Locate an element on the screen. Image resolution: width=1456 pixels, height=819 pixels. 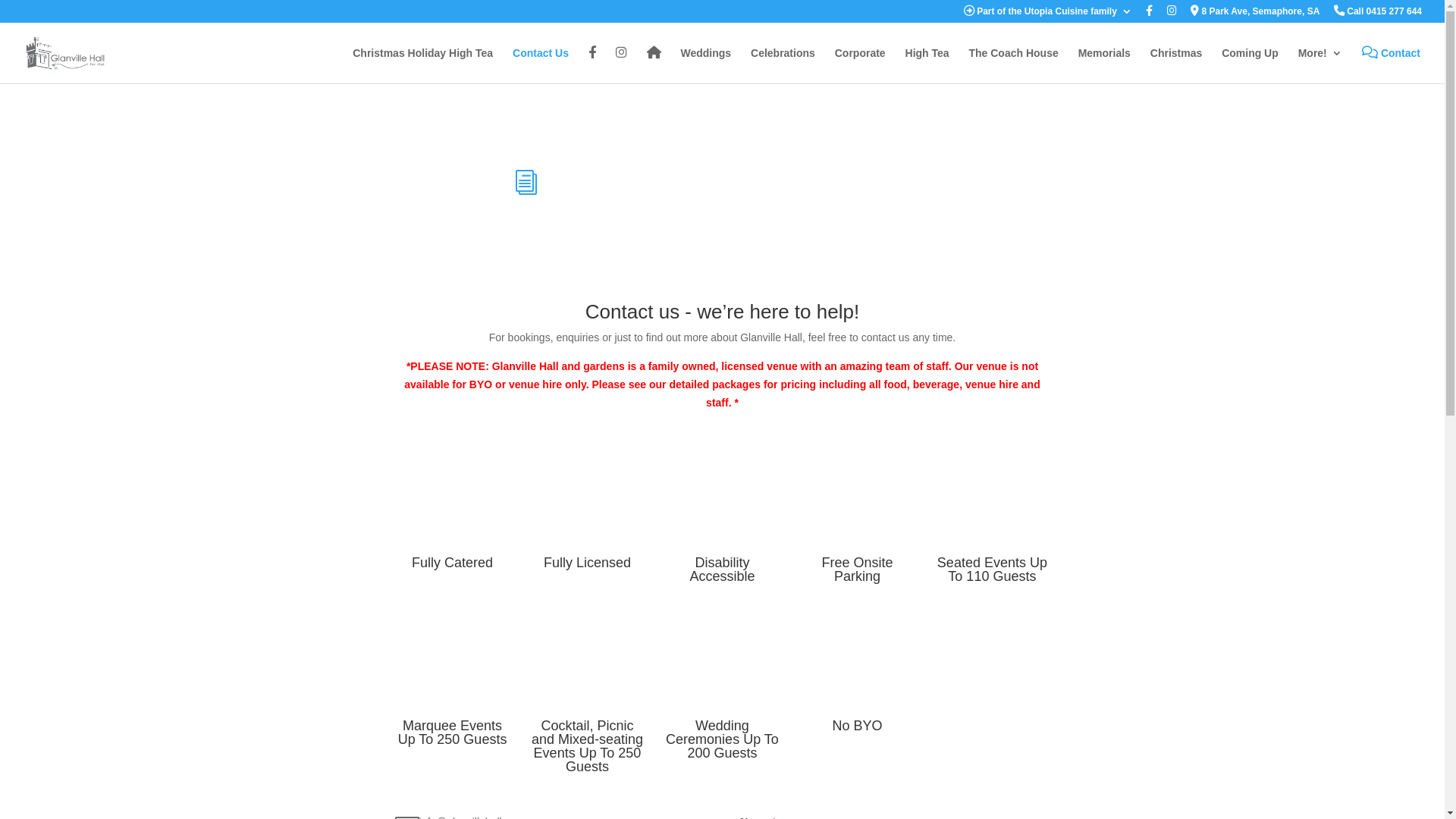
'High Tea' is located at coordinates (905, 64).